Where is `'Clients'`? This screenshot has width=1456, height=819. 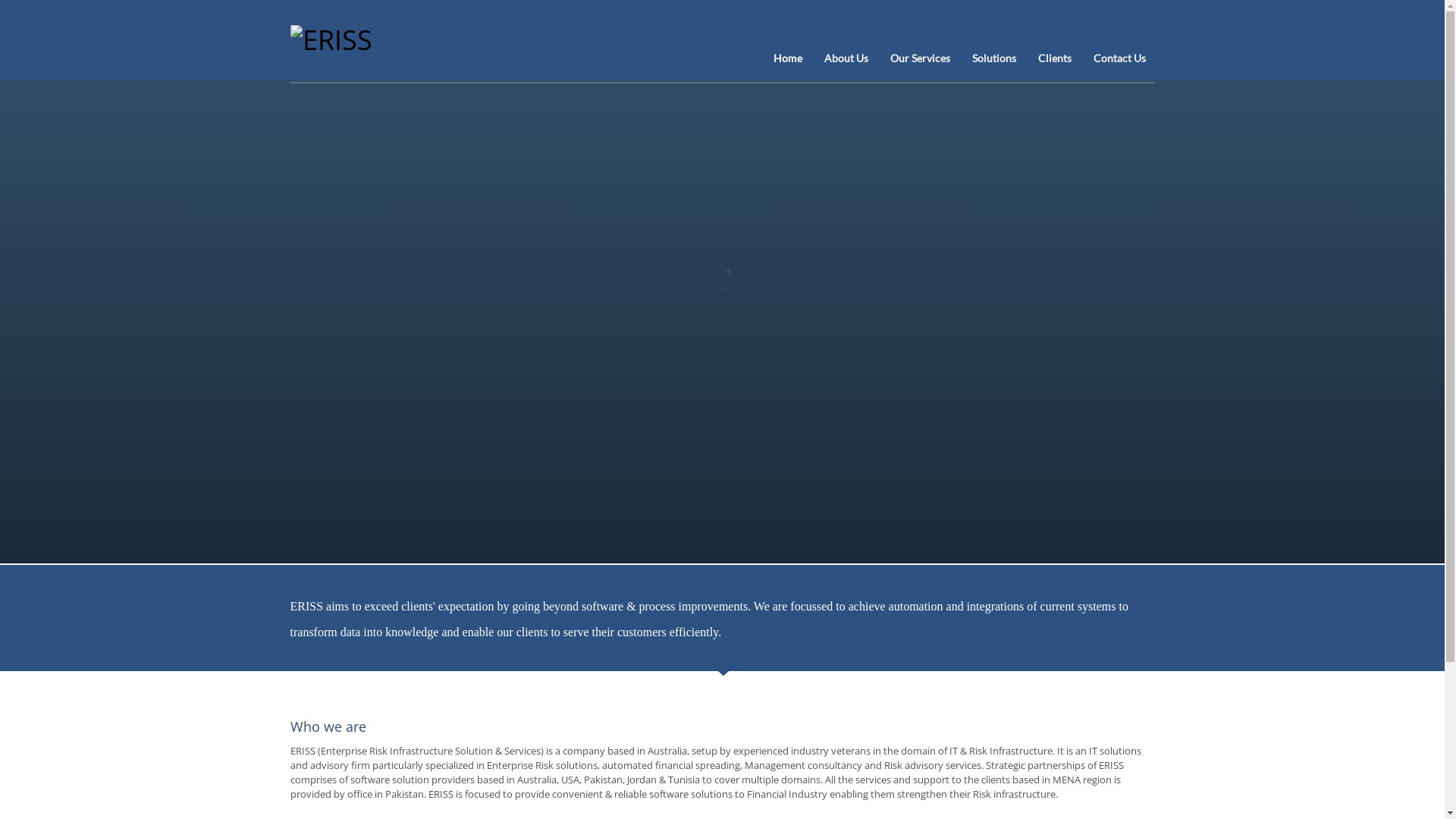
'Clients' is located at coordinates (1029, 58).